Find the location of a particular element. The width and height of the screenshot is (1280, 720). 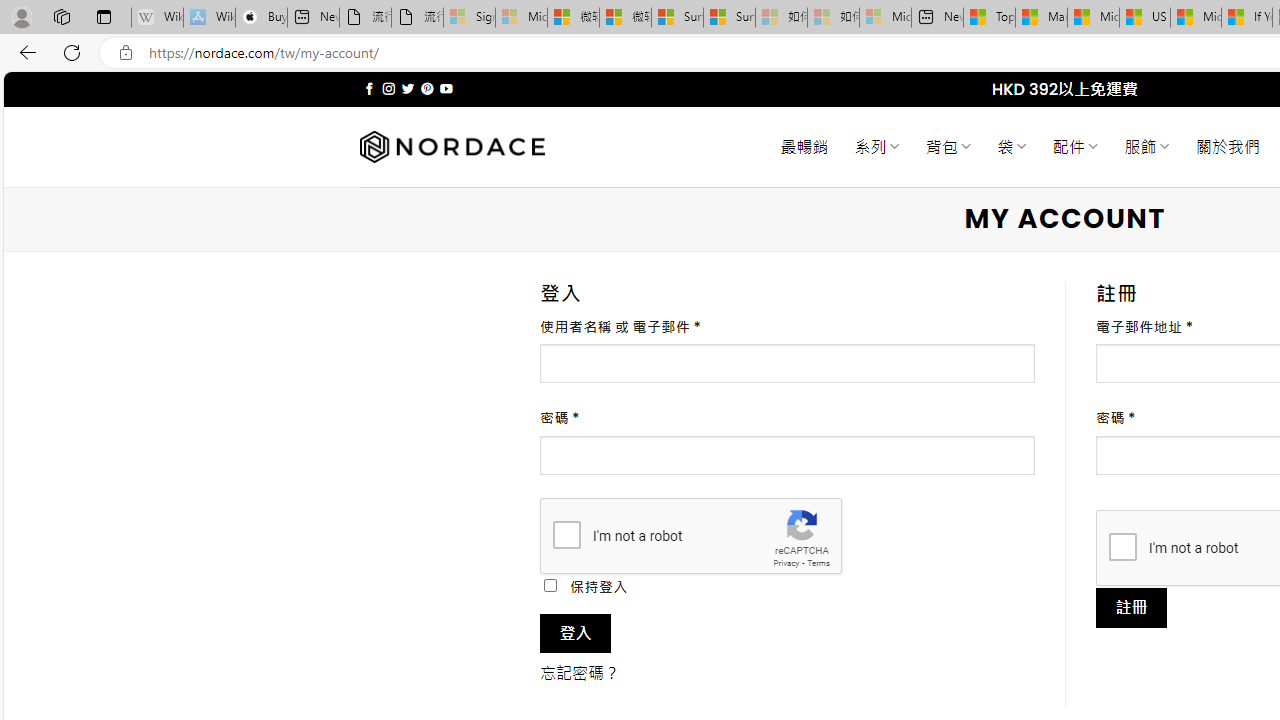

'Follow on YouTube' is located at coordinates (445, 88).